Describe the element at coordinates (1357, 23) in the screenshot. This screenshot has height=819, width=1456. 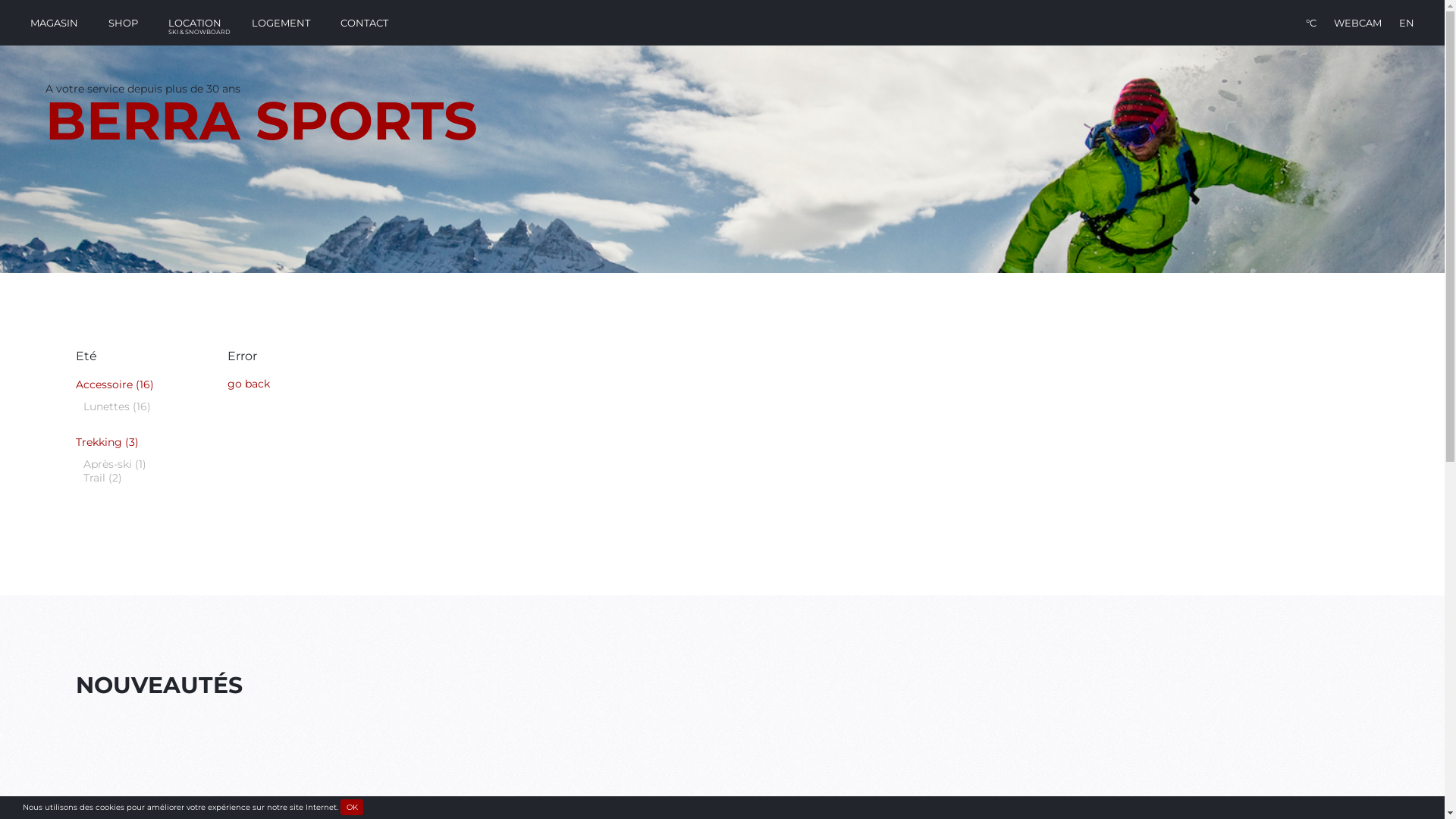
I see `'WEBCAM'` at that location.